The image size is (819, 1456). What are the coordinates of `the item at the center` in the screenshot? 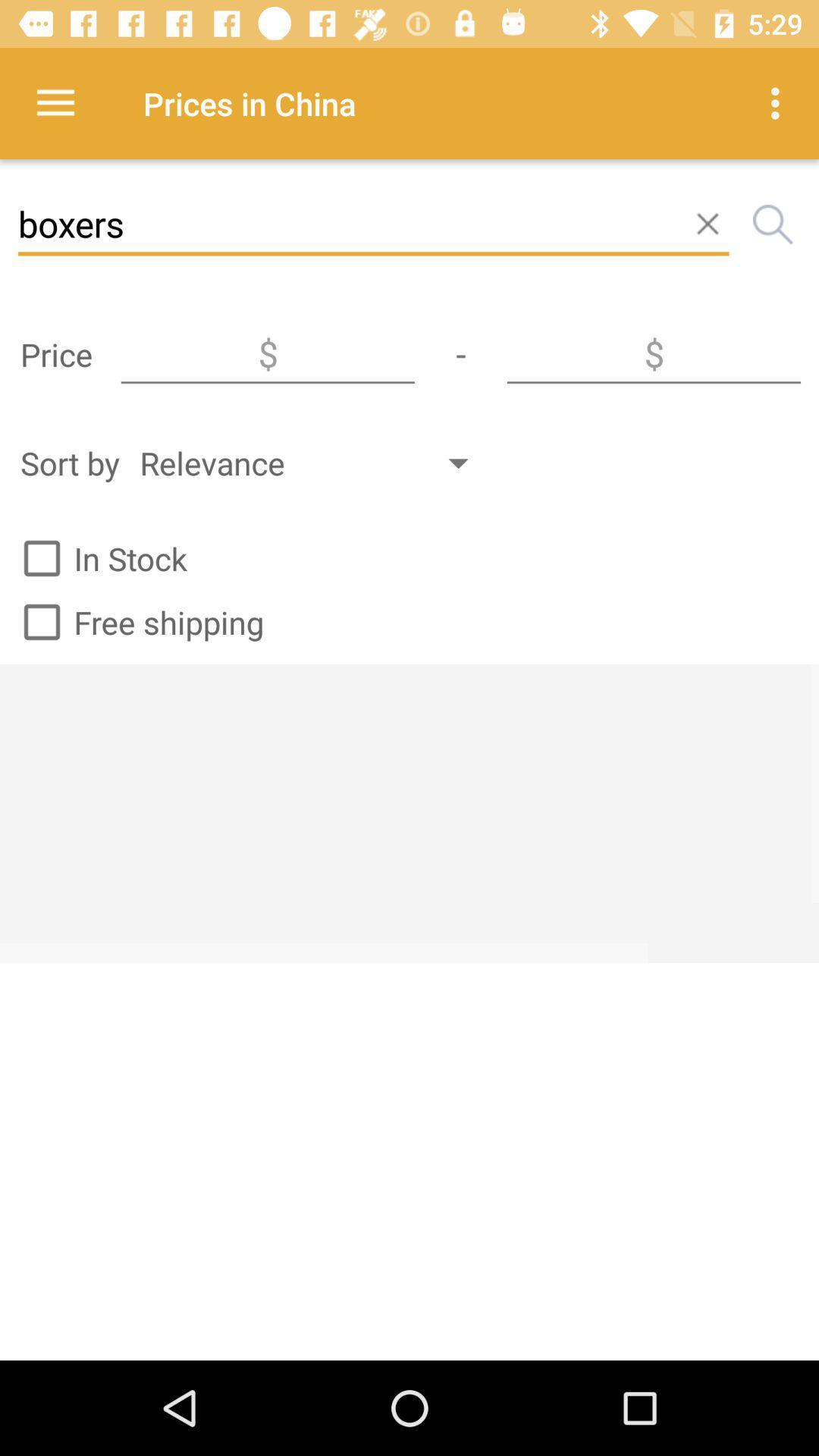 It's located at (409, 812).